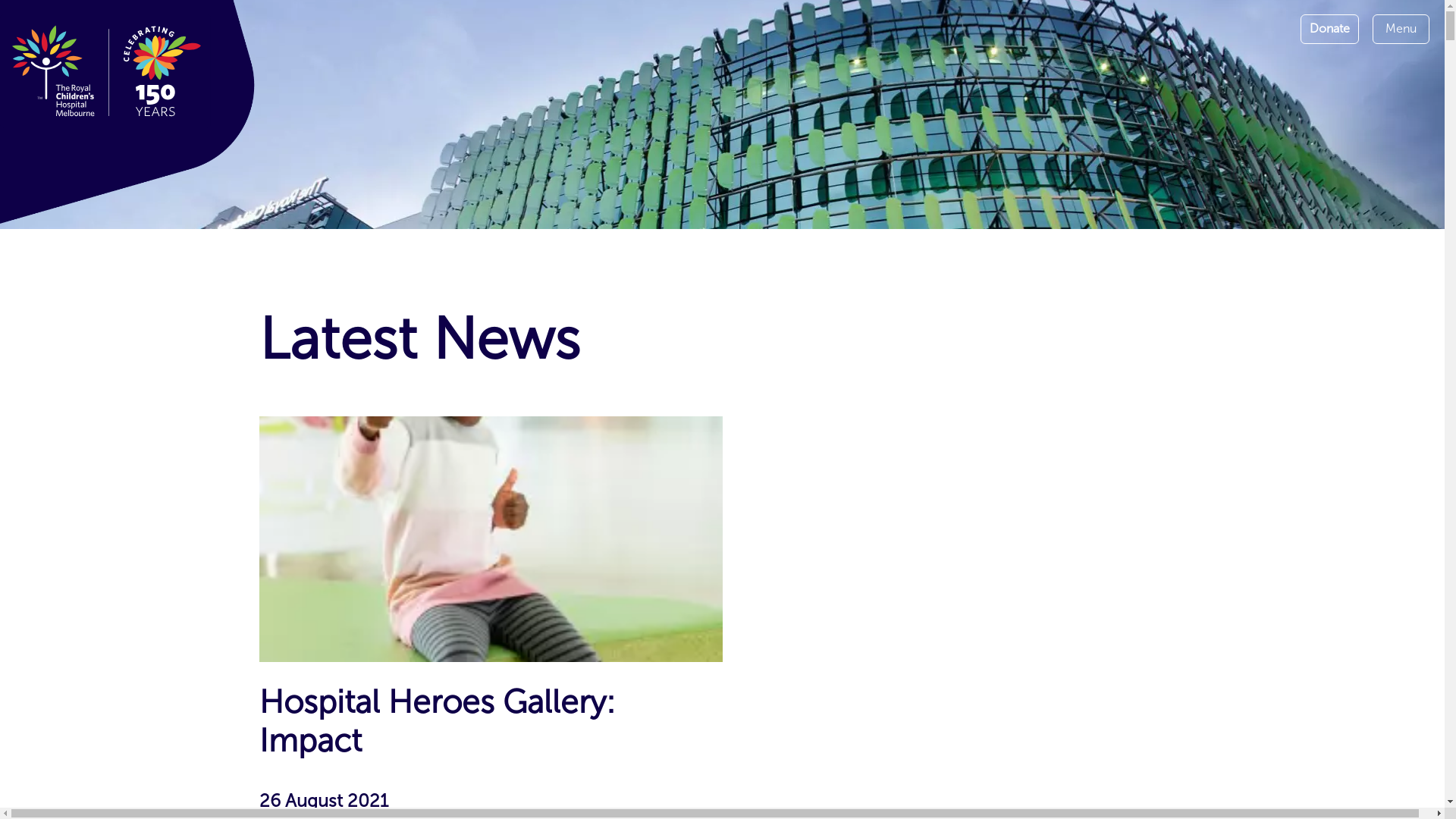 The height and width of the screenshot is (819, 1456). I want to click on 'Donate', so click(1329, 29).